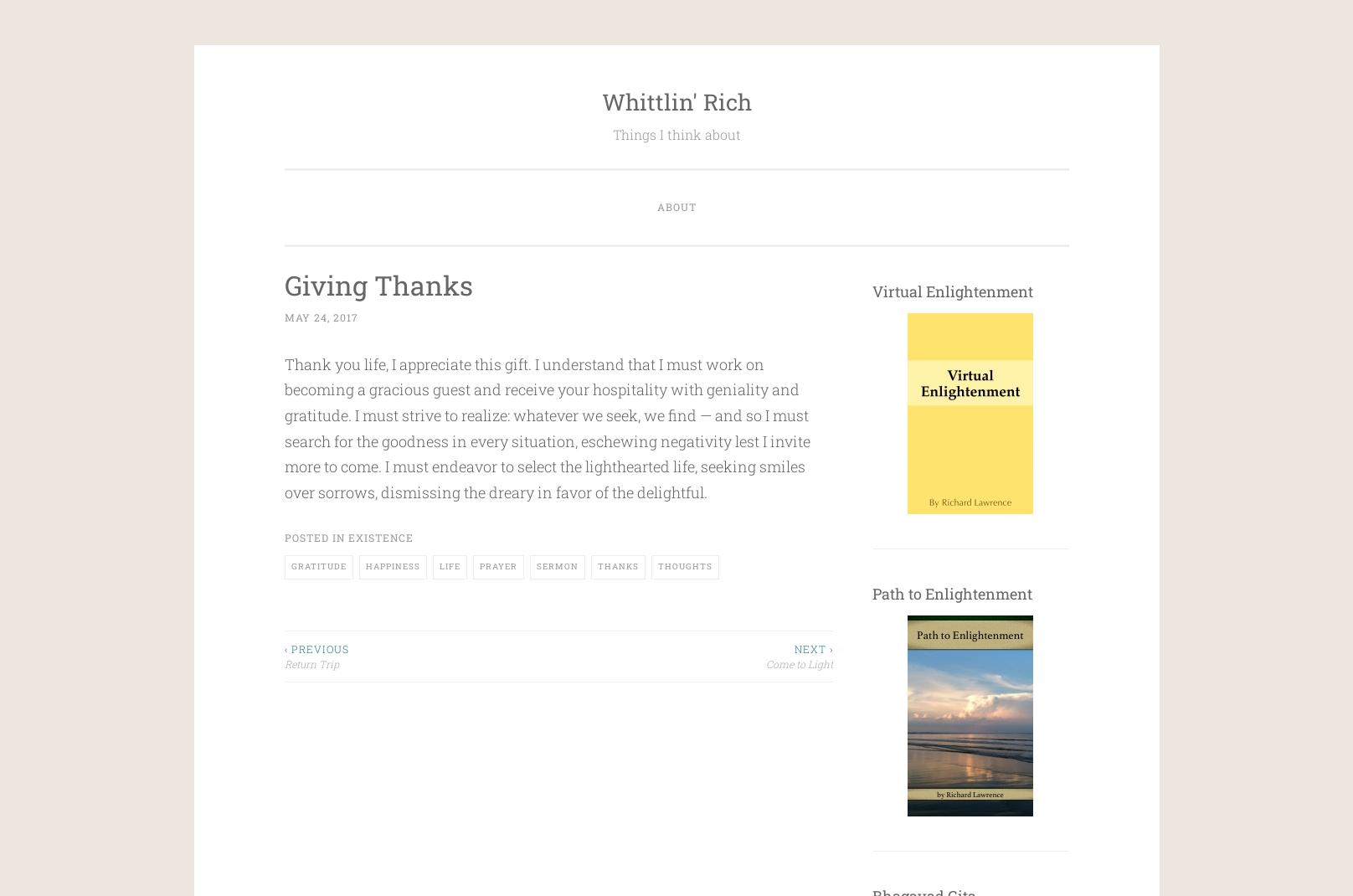  What do you see at coordinates (675, 101) in the screenshot?
I see `'Whittlin' Rich'` at bounding box center [675, 101].